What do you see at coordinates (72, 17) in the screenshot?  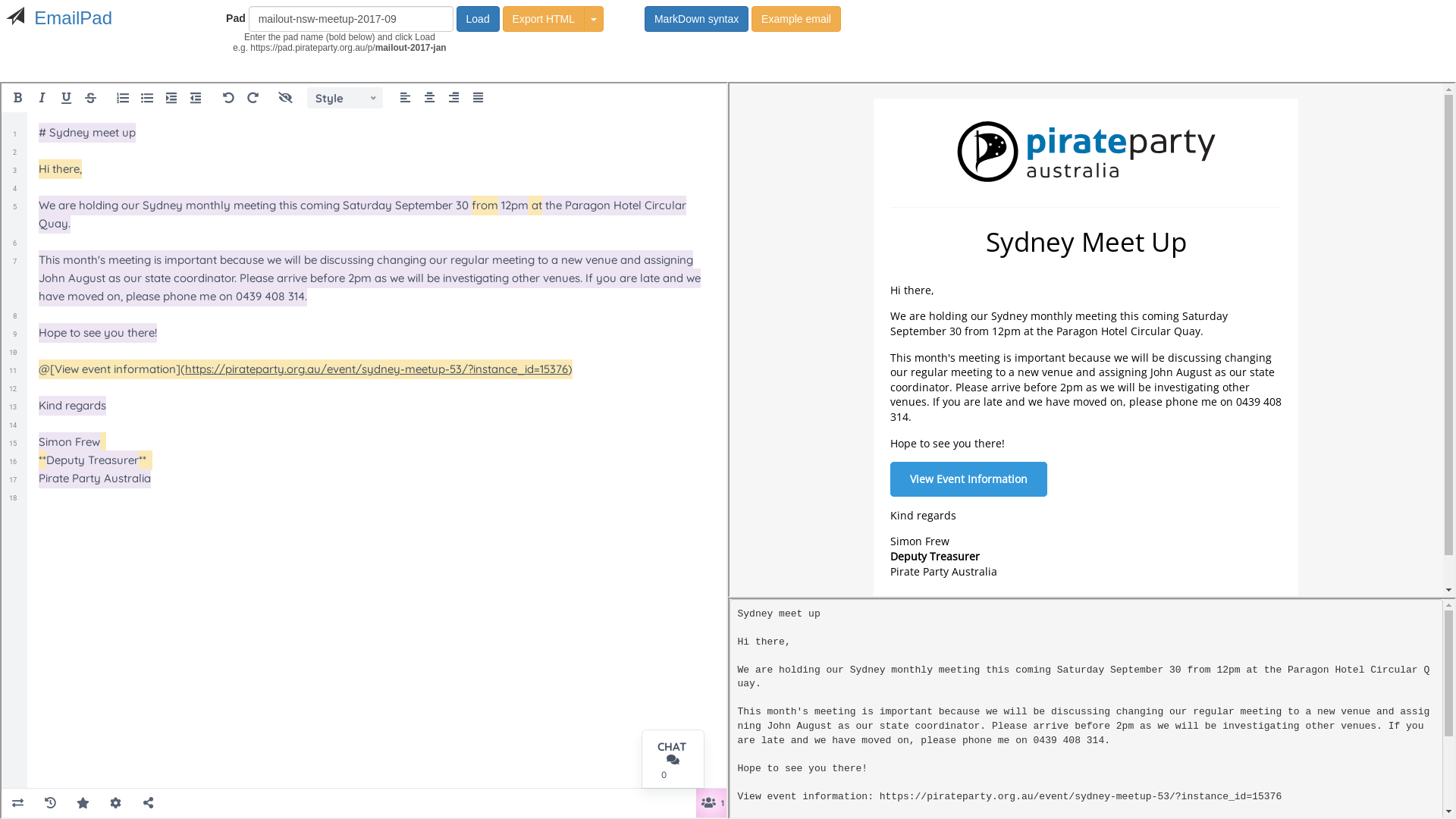 I see `'EmailPad'` at bounding box center [72, 17].